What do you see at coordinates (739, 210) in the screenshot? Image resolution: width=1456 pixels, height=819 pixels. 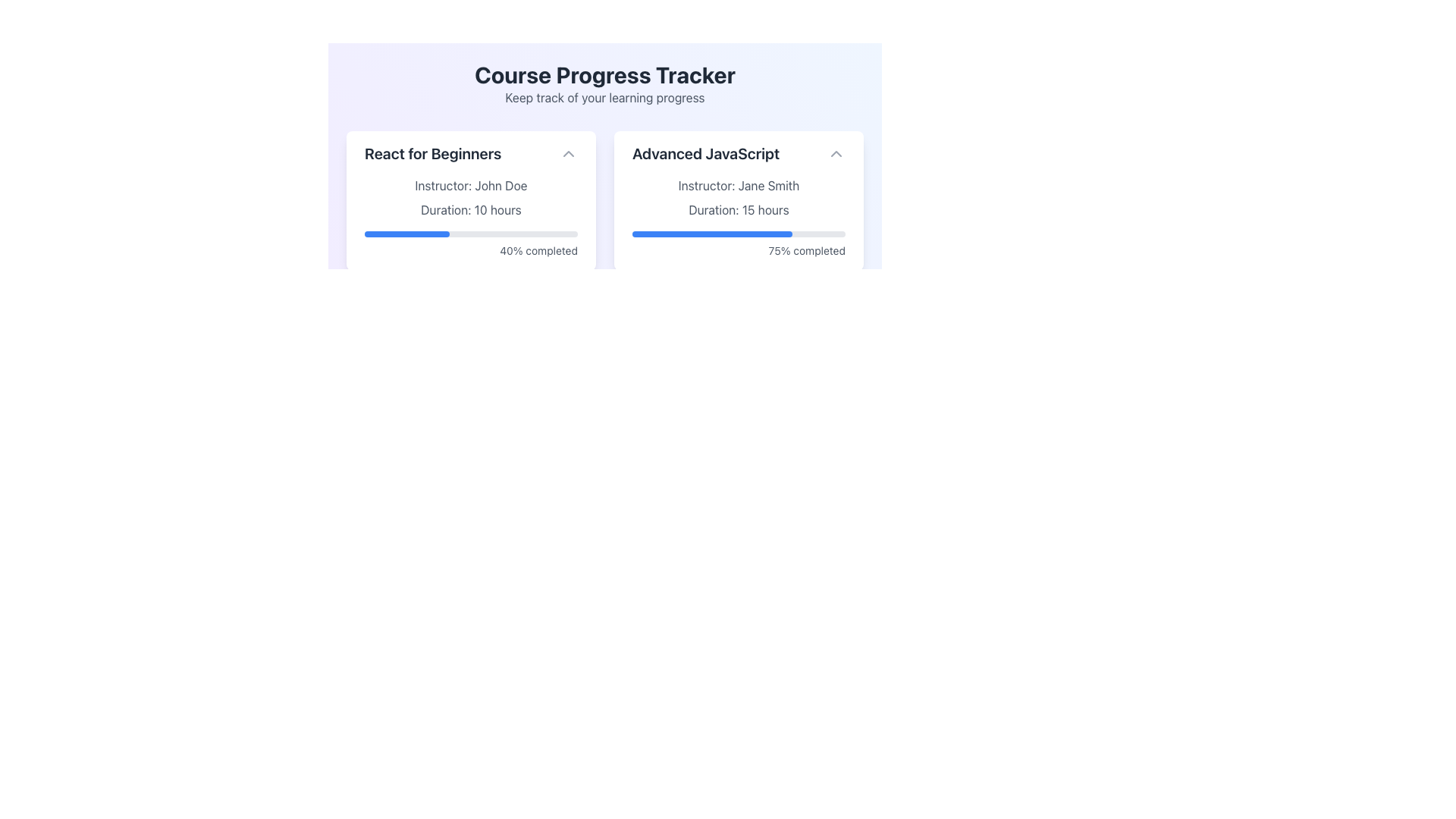 I see `information from the static text label that indicates the duration of the course 'Advanced JavaScript', positioned below 'Instructor: Jane Smith' and above the progress bar` at bounding box center [739, 210].